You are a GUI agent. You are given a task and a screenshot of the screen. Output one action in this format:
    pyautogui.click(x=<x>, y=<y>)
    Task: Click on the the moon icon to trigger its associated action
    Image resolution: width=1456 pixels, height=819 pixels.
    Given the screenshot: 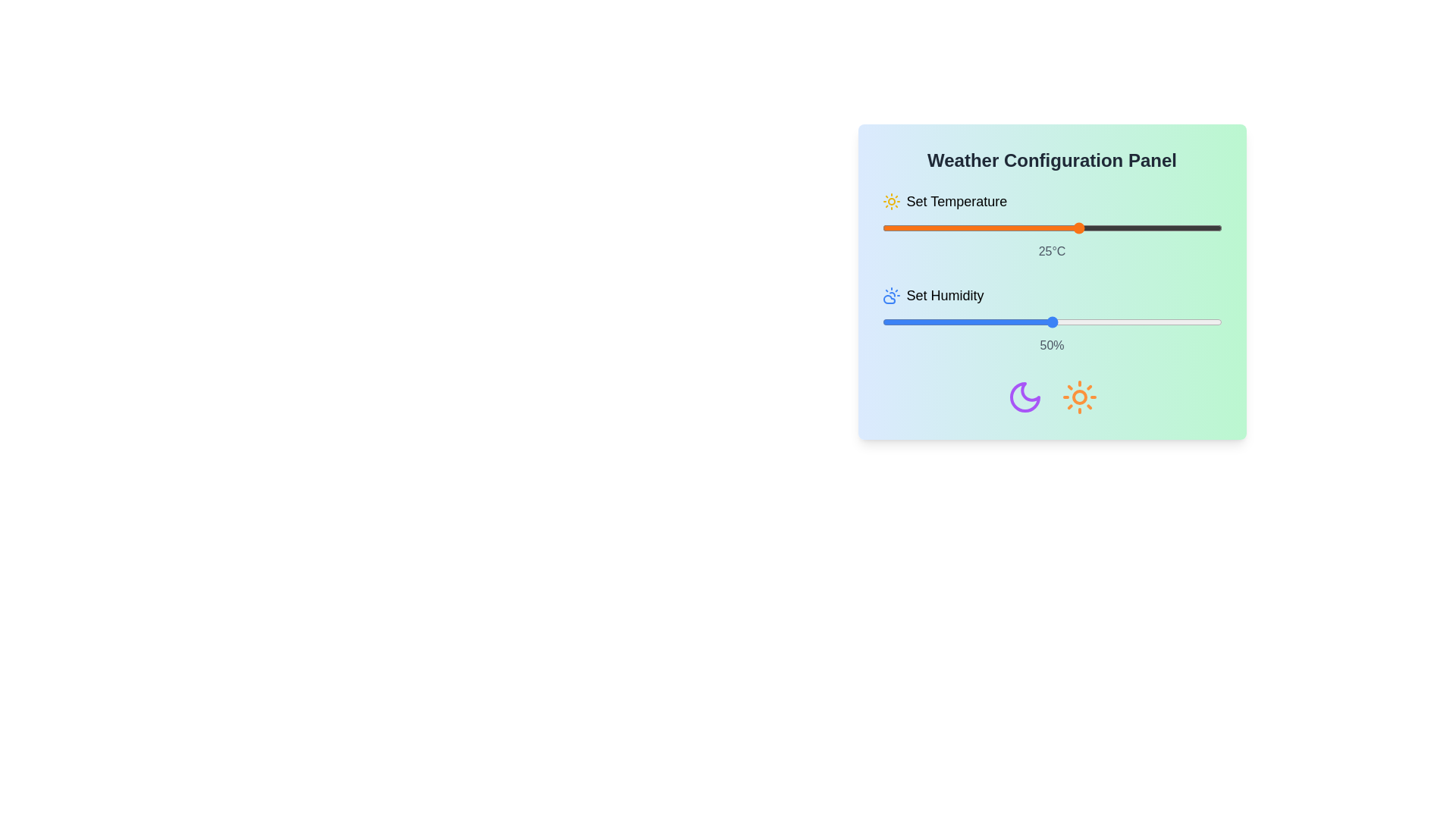 What is the action you would take?
    pyautogui.click(x=1025, y=397)
    